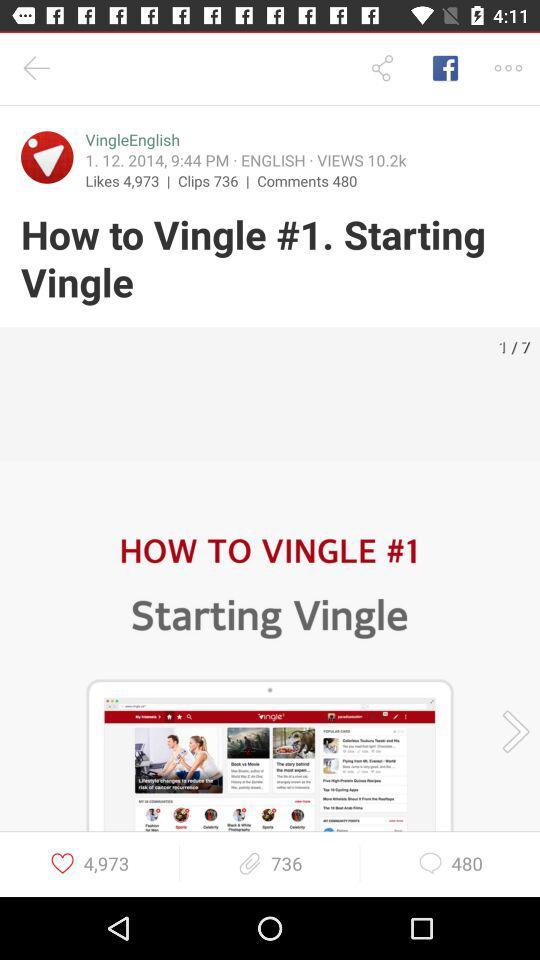 This screenshot has width=540, height=960. I want to click on the share icon, so click(382, 68).